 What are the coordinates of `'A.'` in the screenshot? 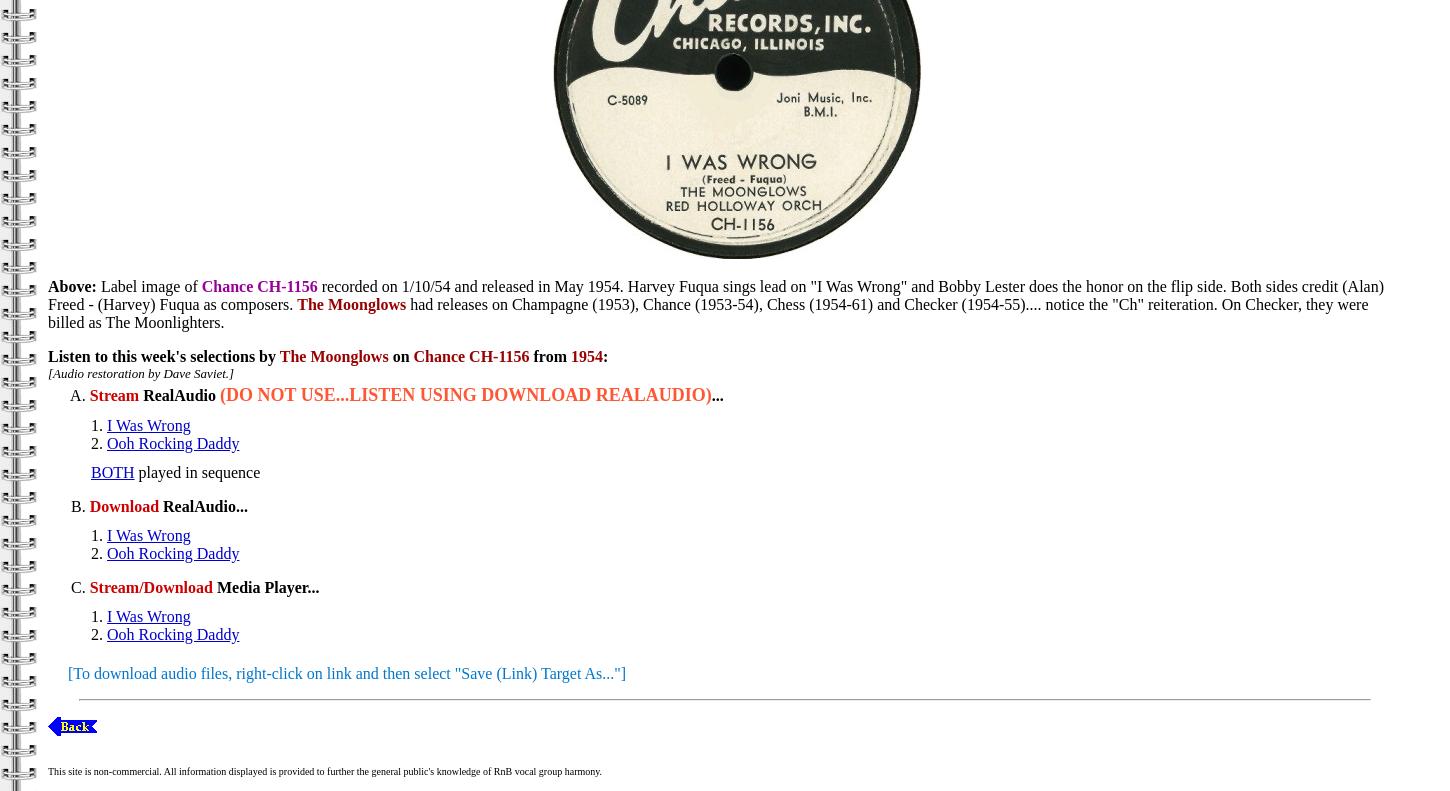 It's located at (70, 394).